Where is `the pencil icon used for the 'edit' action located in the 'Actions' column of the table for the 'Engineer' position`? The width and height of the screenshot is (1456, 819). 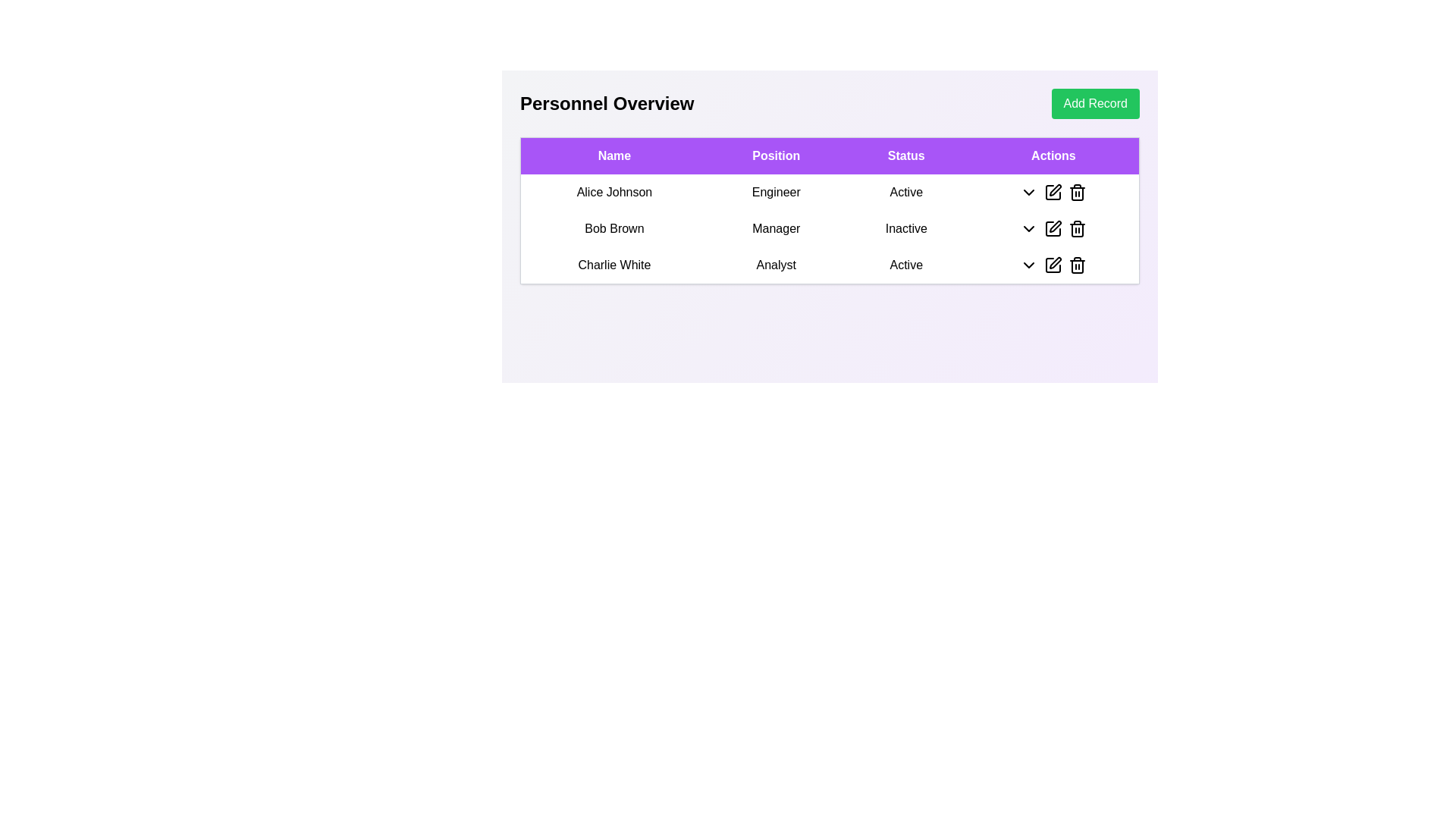 the pencil icon used for the 'edit' action located in the 'Actions' column of the table for the 'Engineer' position is located at coordinates (1053, 192).